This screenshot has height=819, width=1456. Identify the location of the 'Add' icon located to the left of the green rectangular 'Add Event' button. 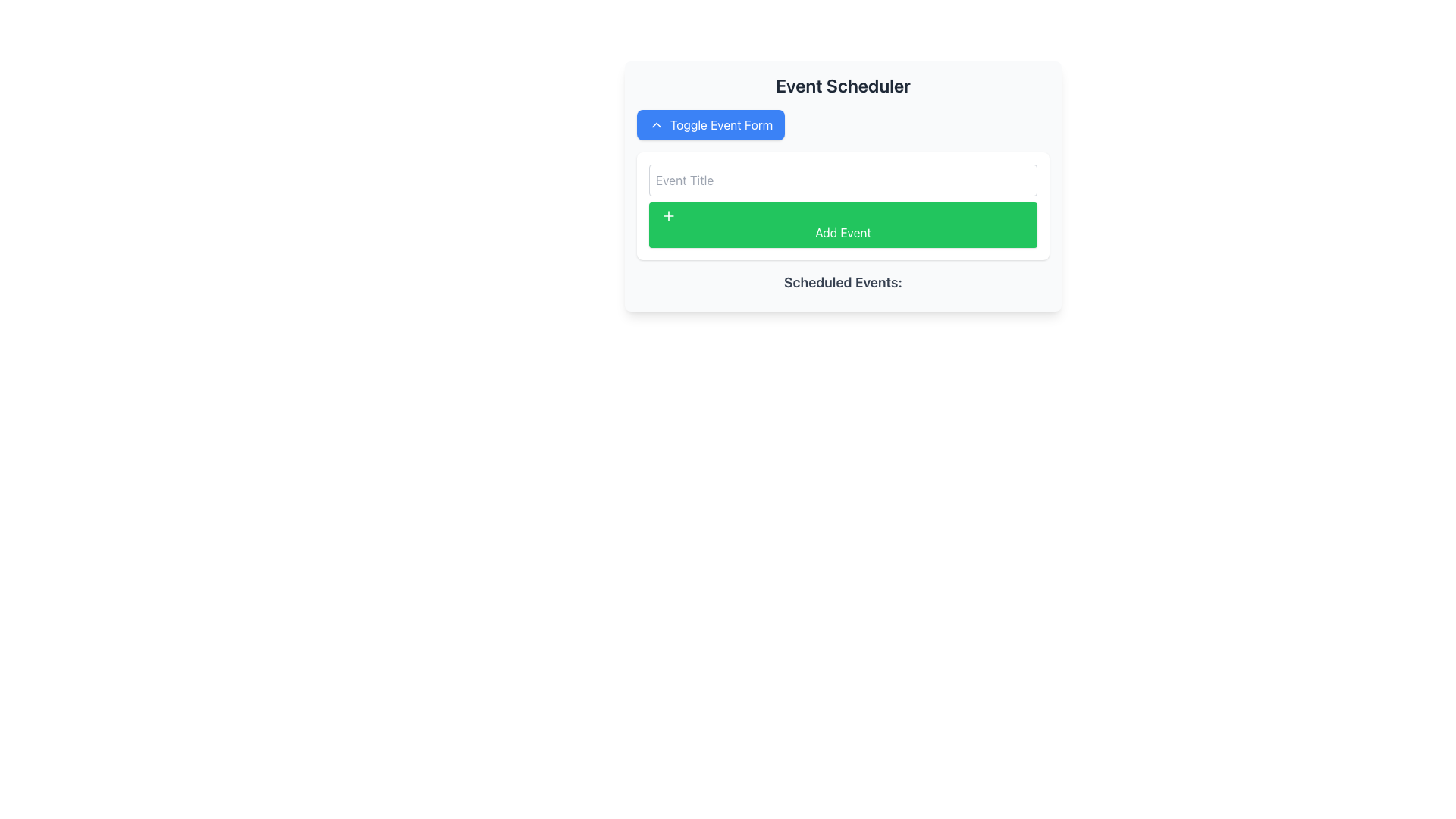
(668, 216).